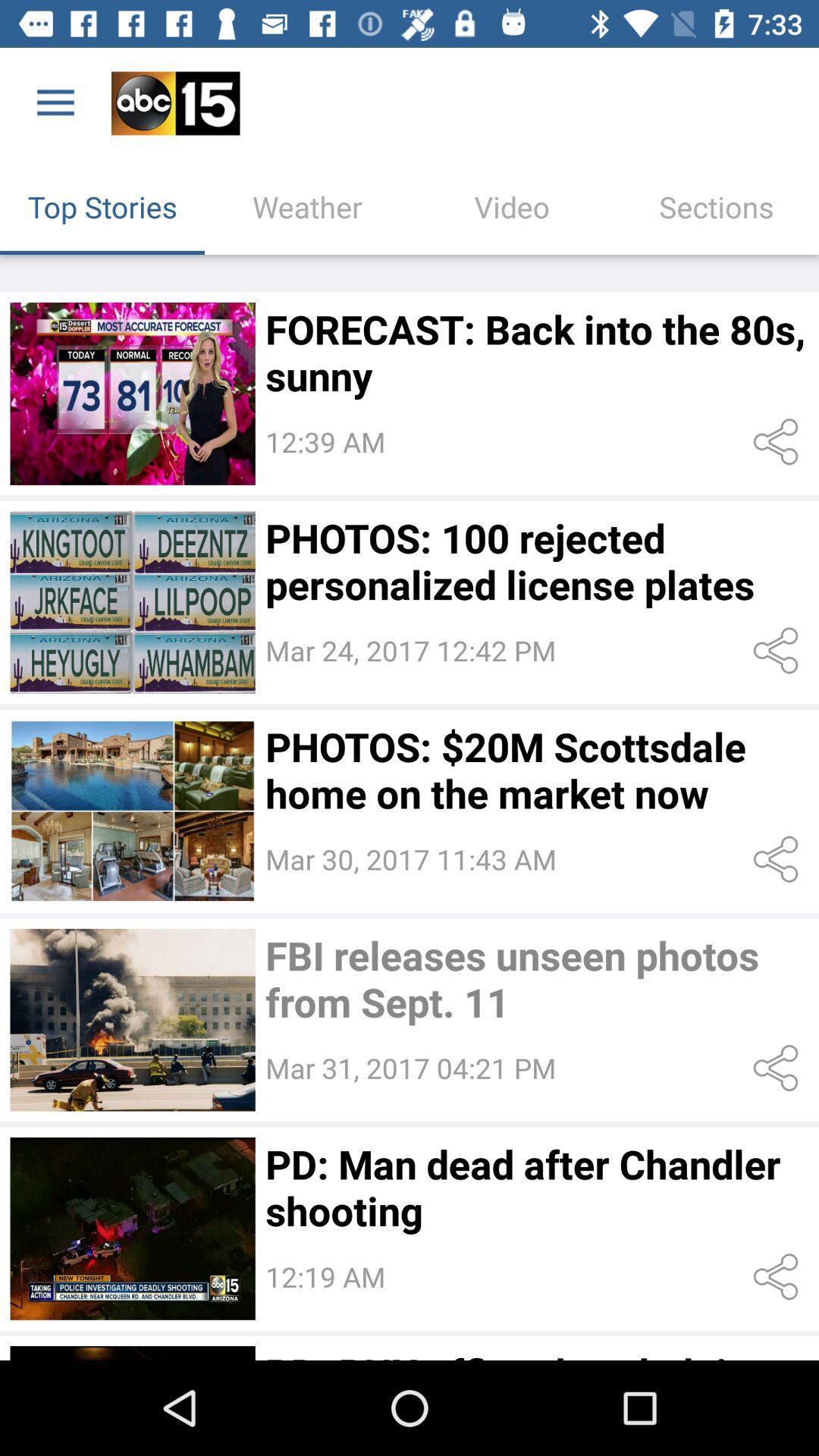 The height and width of the screenshot is (1456, 819). I want to click on weather image photo, so click(132, 394).